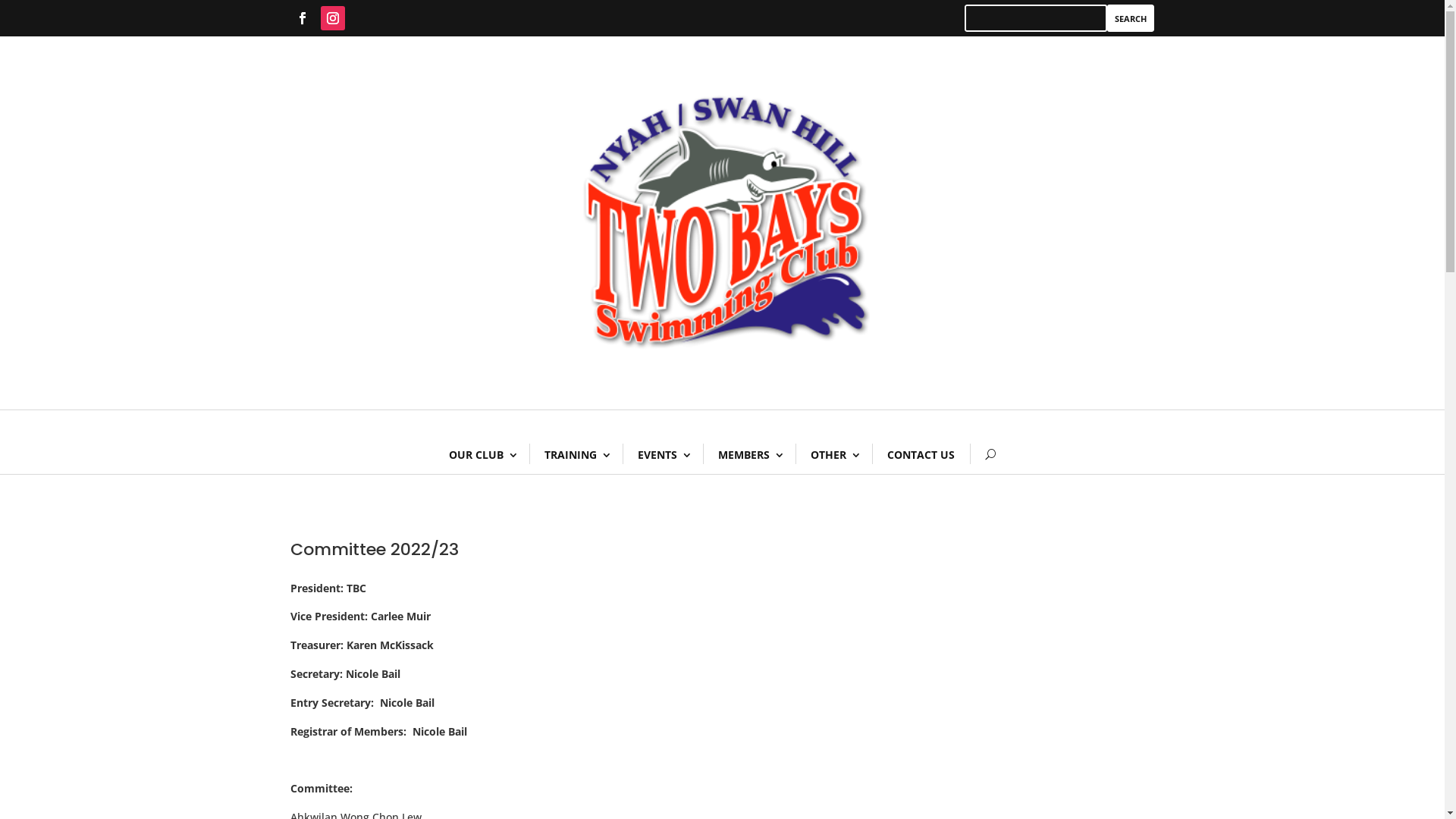 This screenshot has height=819, width=1456. What do you see at coordinates (701, 453) in the screenshot?
I see `'MEMBERS'` at bounding box center [701, 453].